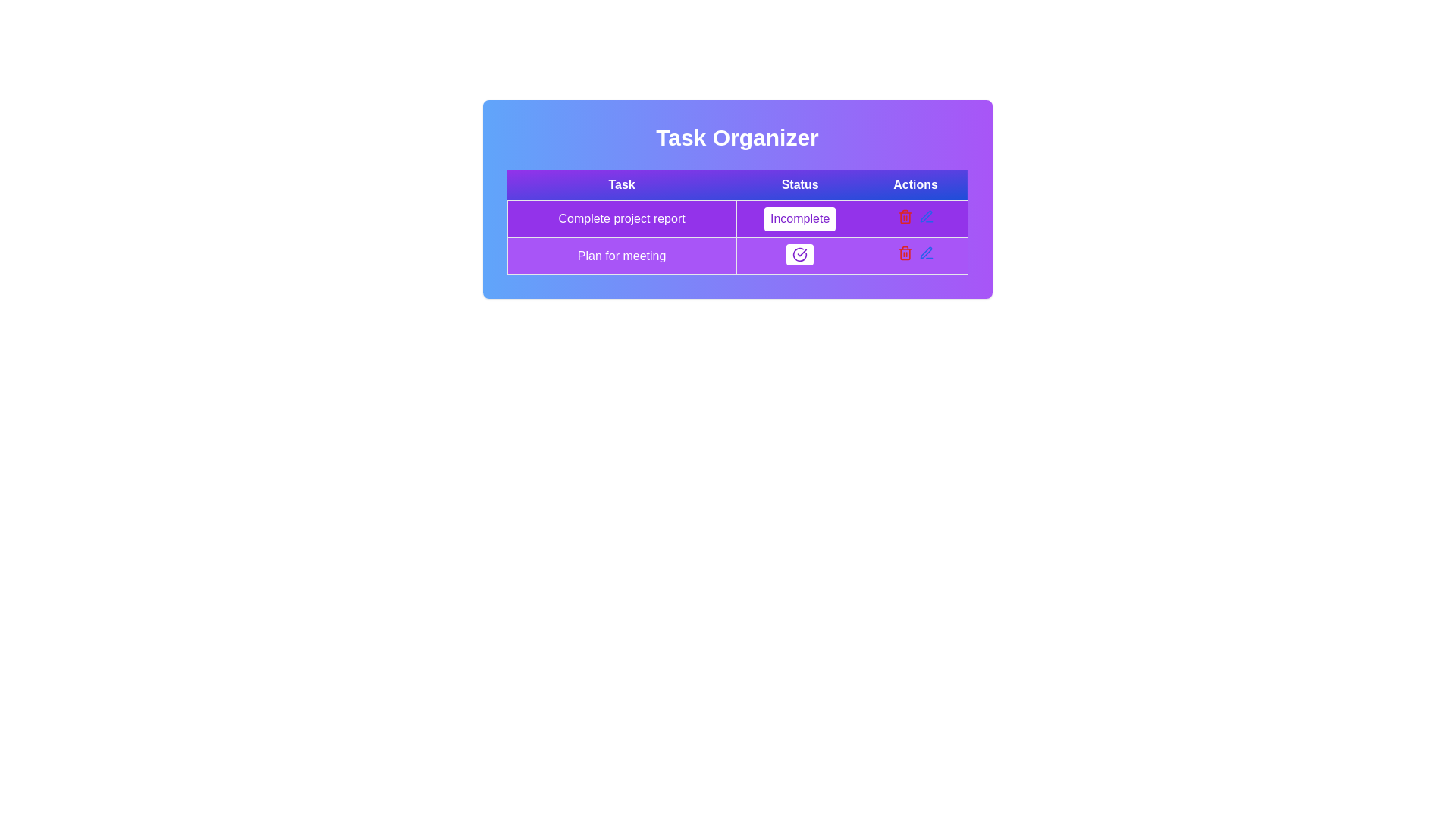 Image resolution: width=1456 pixels, height=819 pixels. What do you see at coordinates (799, 219) in the screenshot?
I see `the button labeled 'Incomplete' with a white background and purple text` at bounding box center [799, 219].